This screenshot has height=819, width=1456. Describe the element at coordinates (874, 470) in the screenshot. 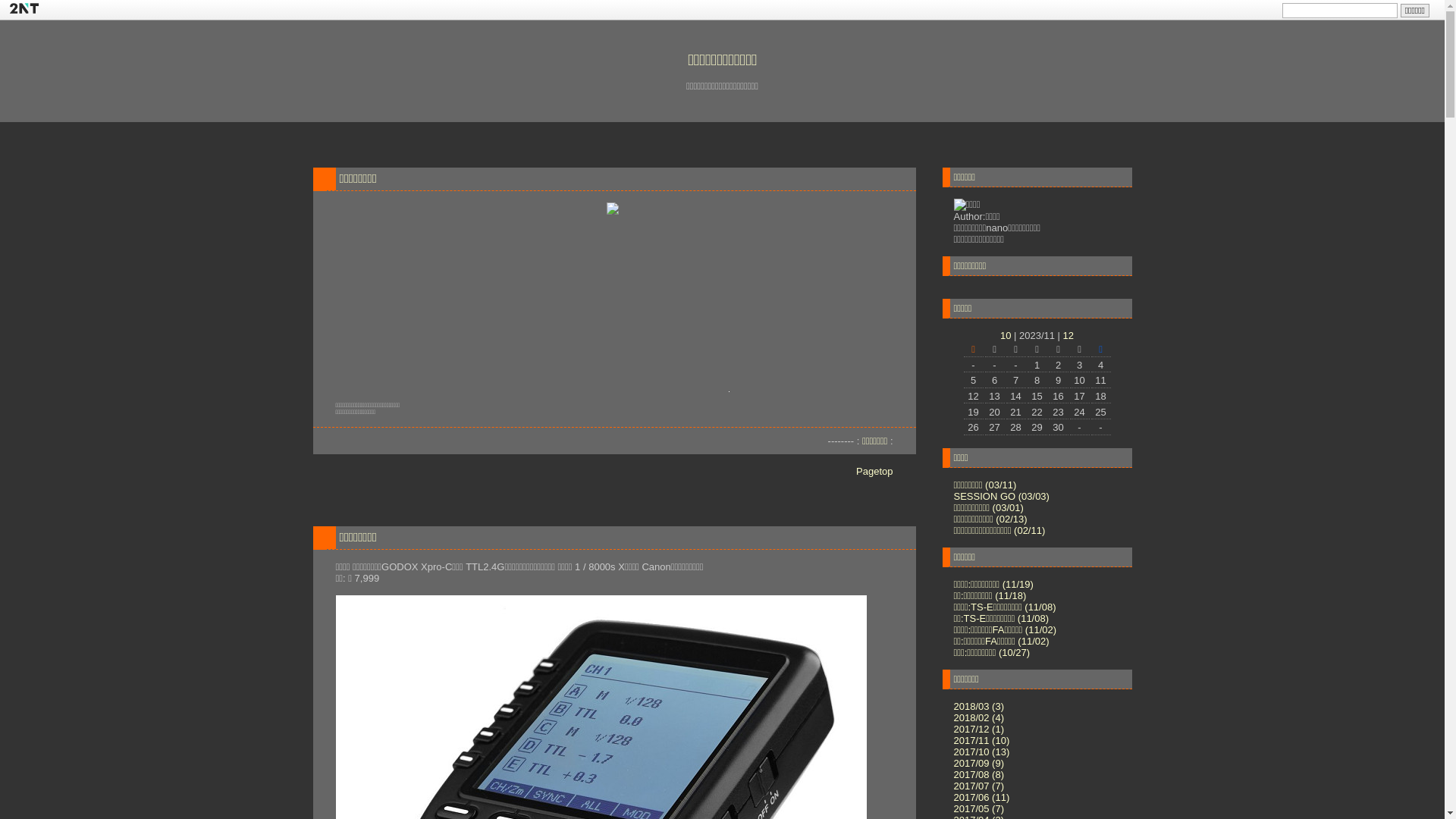

I see `'Pagetop'` at that location.